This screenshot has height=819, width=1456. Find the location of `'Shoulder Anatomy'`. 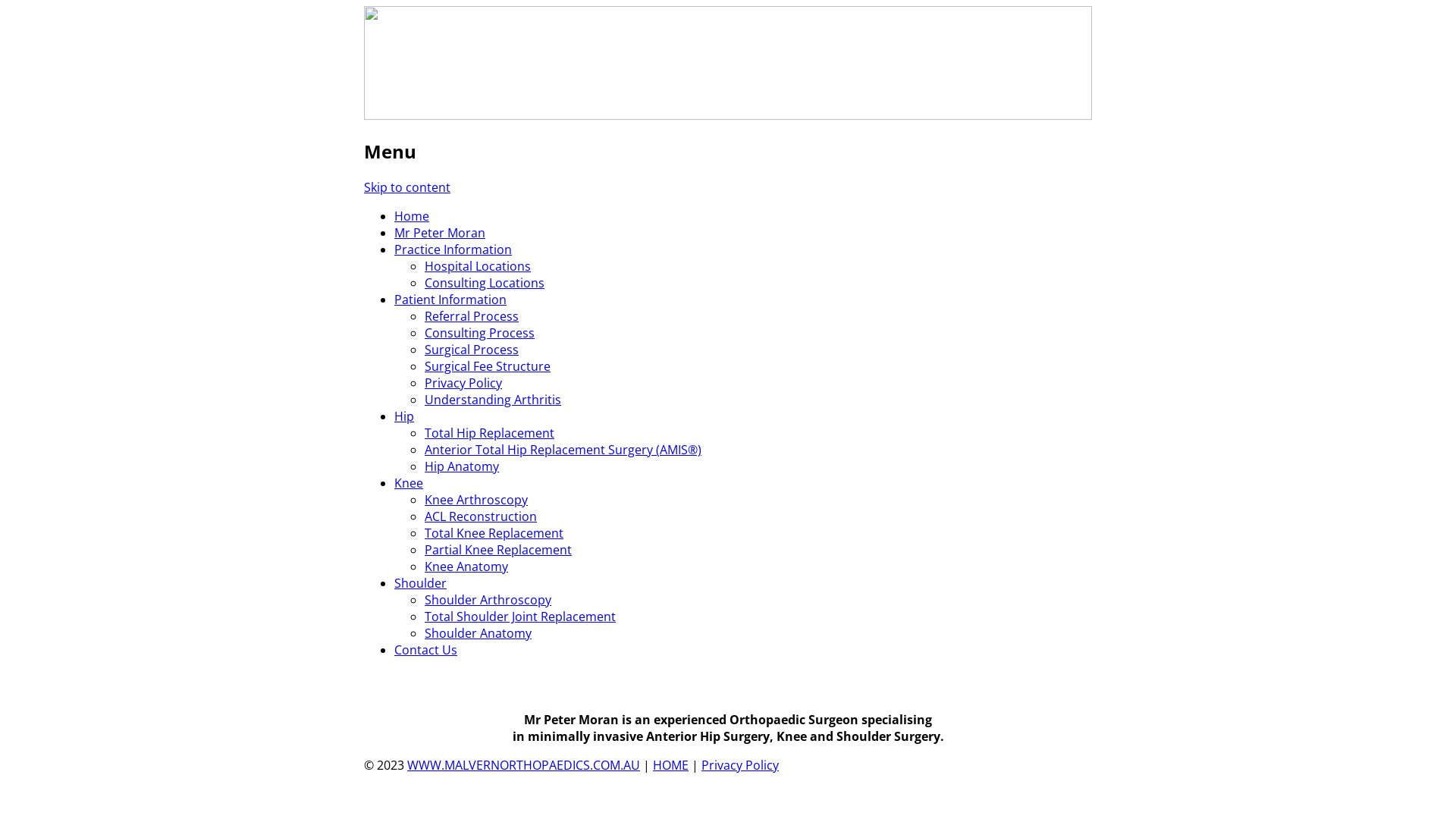

'Shoulder Anatomy' is located at coordinates (477, 632).